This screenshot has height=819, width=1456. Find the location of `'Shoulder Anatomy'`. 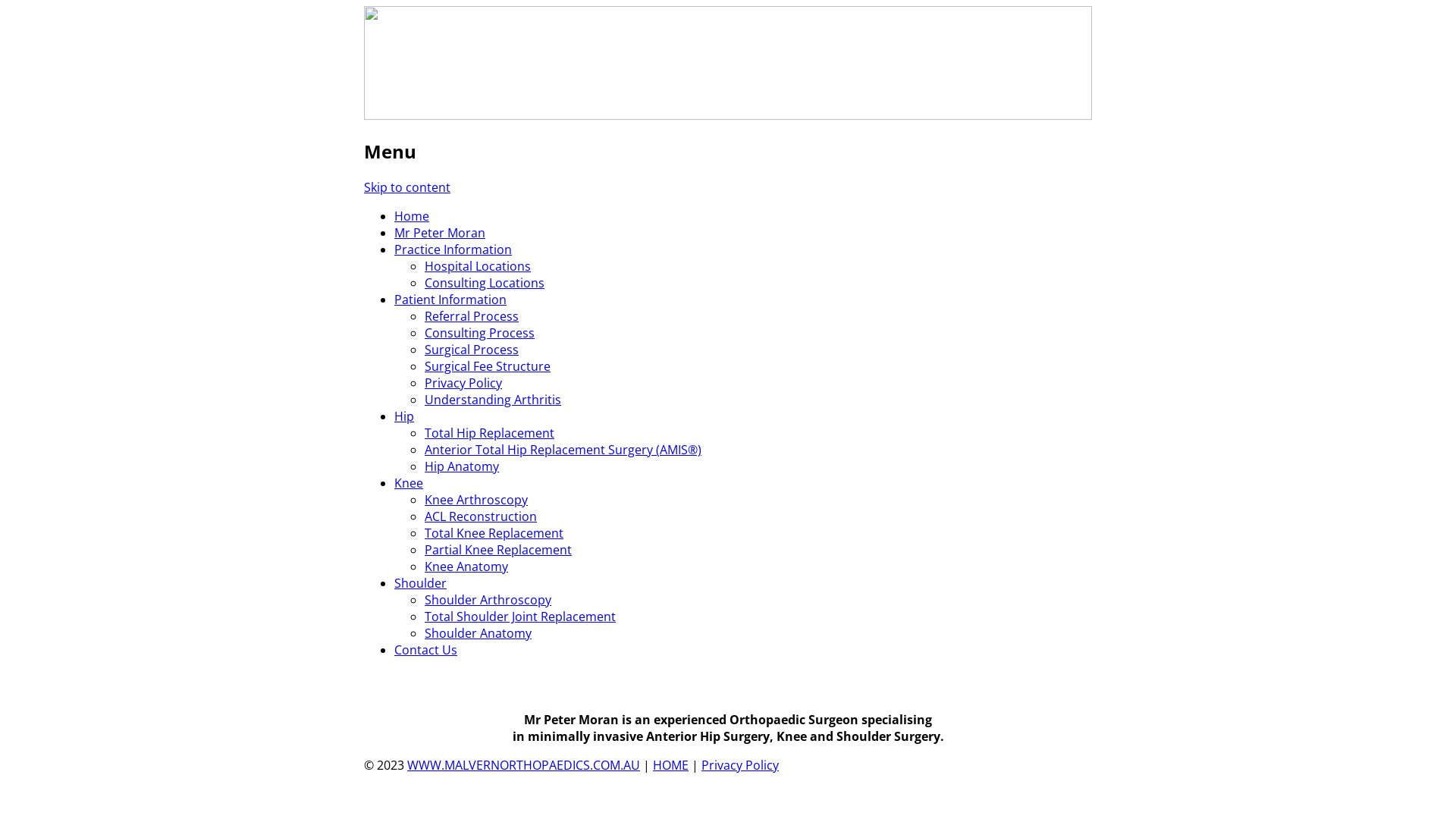

'Shoulder Anatomy' is located at coordinates (477, 632).